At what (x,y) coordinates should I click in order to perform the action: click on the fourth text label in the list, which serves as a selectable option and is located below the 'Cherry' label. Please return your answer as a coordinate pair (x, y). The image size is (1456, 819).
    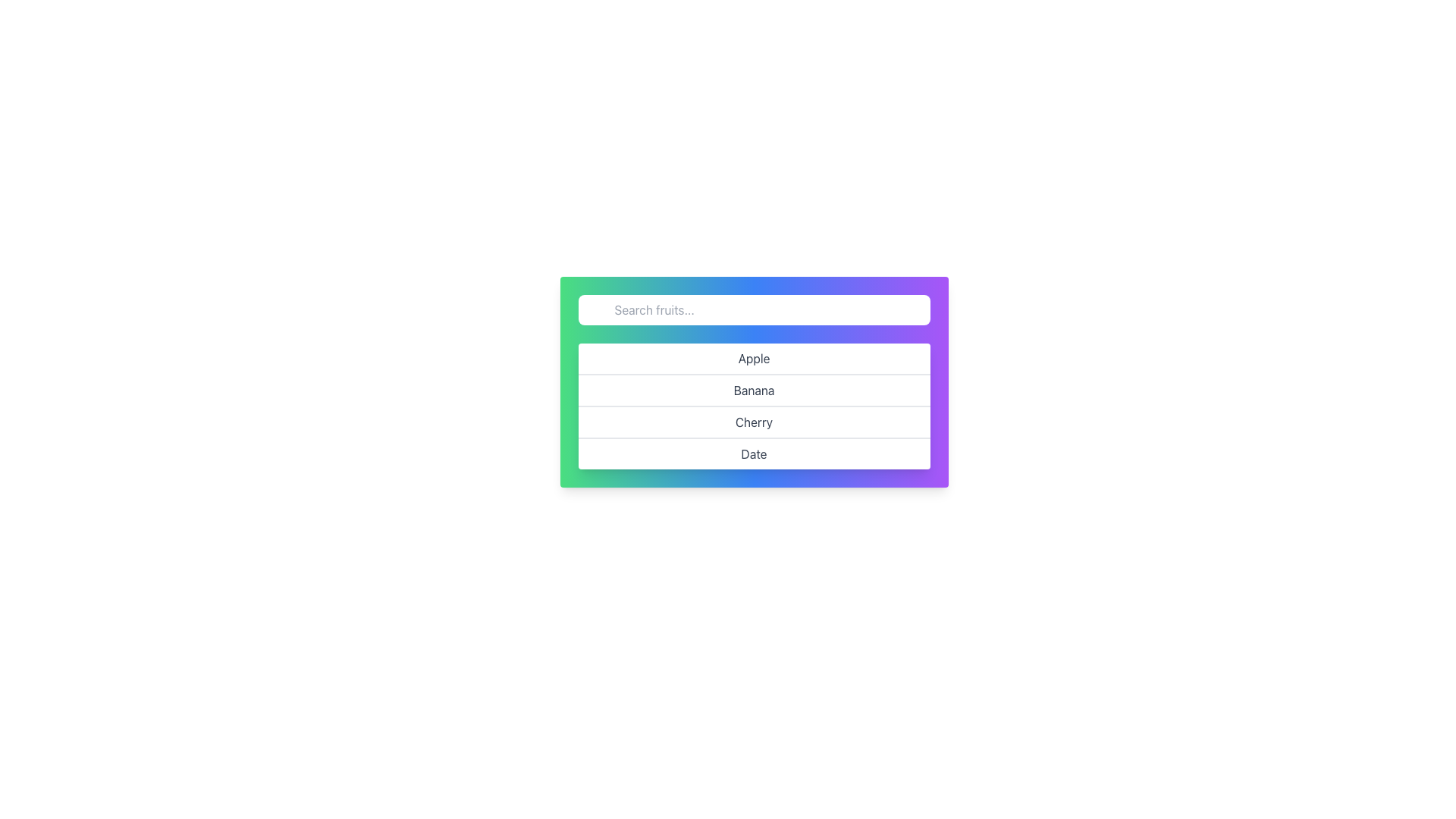
    Looking at the image, I should click on (754, 452).